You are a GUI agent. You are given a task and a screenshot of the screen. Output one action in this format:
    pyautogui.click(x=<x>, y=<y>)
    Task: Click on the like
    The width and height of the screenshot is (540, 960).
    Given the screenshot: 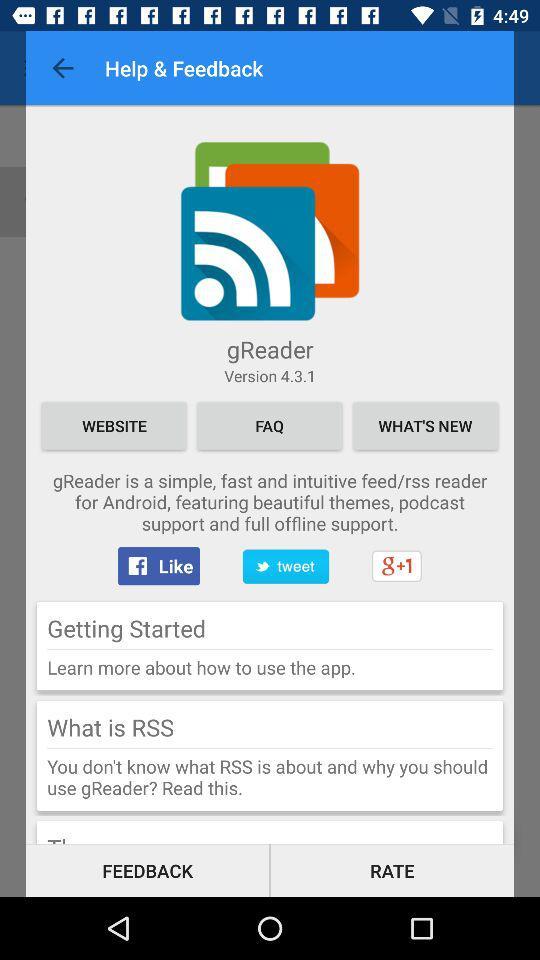 What is the action you would take?
    pyautogui.click(x=157, y=566)
    